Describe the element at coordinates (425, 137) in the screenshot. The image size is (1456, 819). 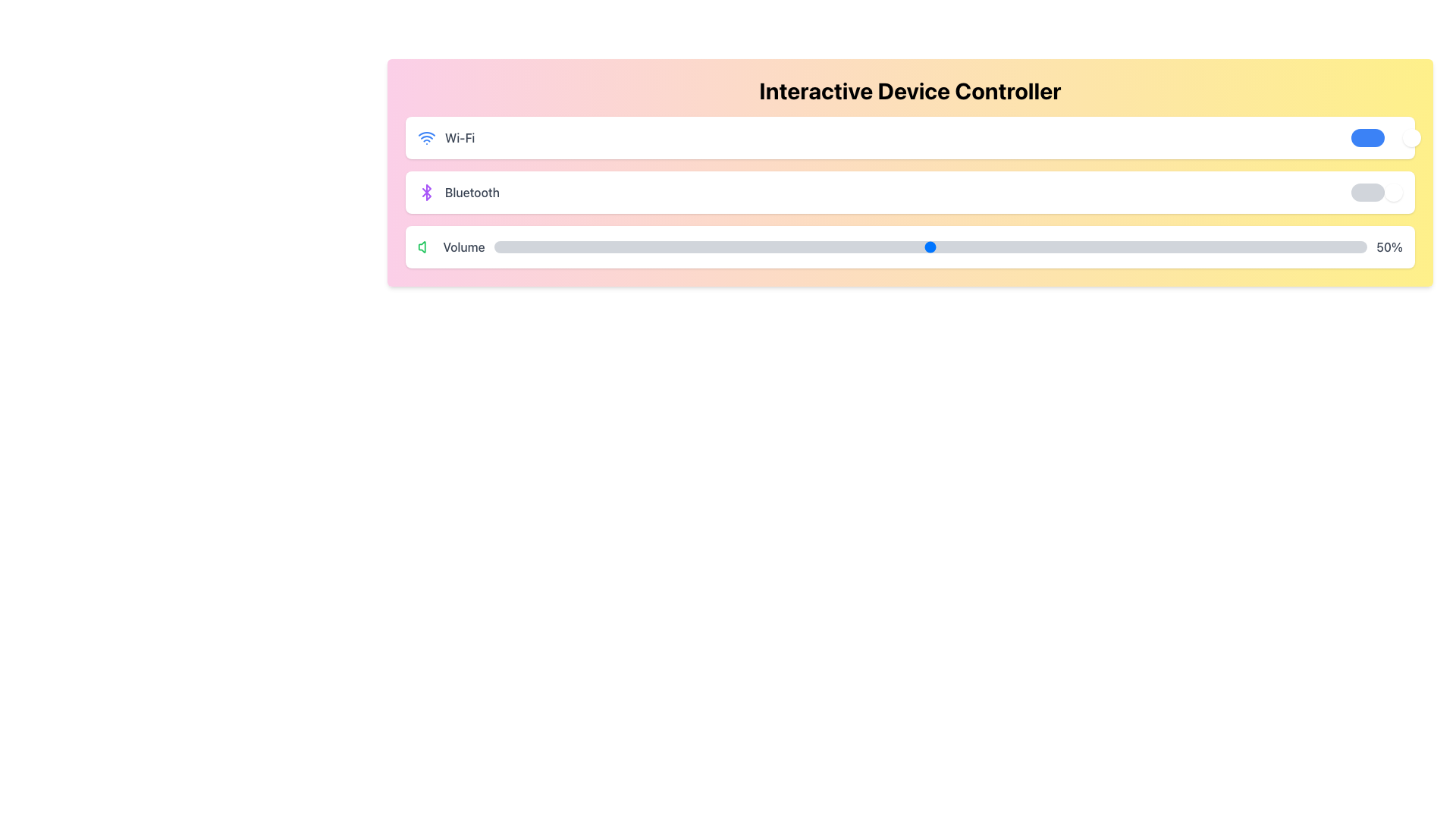
I see `the Wi-Fi icon located to the left of the 'Wi-Fi' text in the 'Interactive Device Controller' options list` at that location.